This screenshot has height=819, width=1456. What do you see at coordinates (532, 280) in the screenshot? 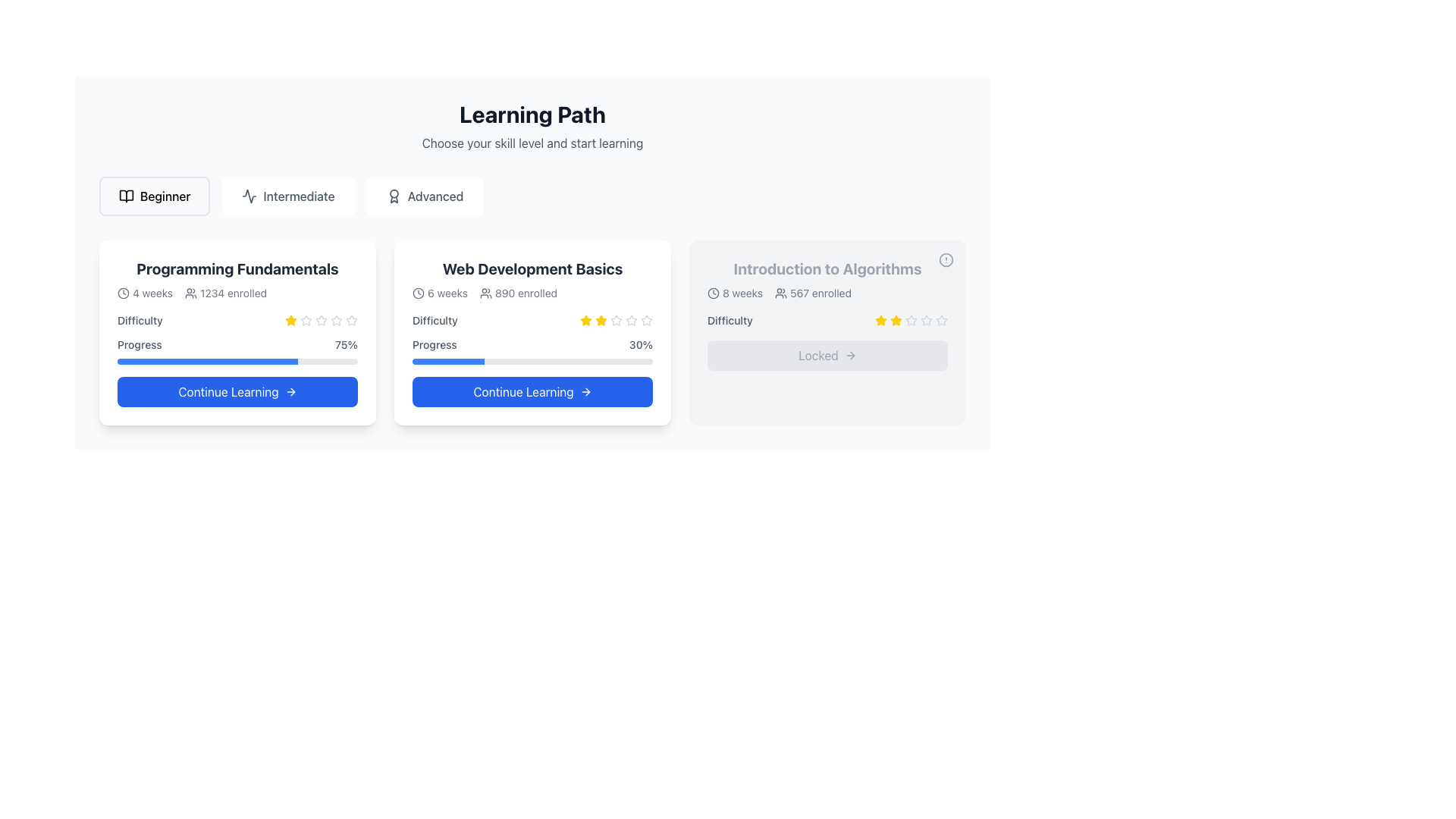
I see `the informational block displaying the course title 'Web Development Basics' along with its duration and participant count` at bounding box center [532, 280].